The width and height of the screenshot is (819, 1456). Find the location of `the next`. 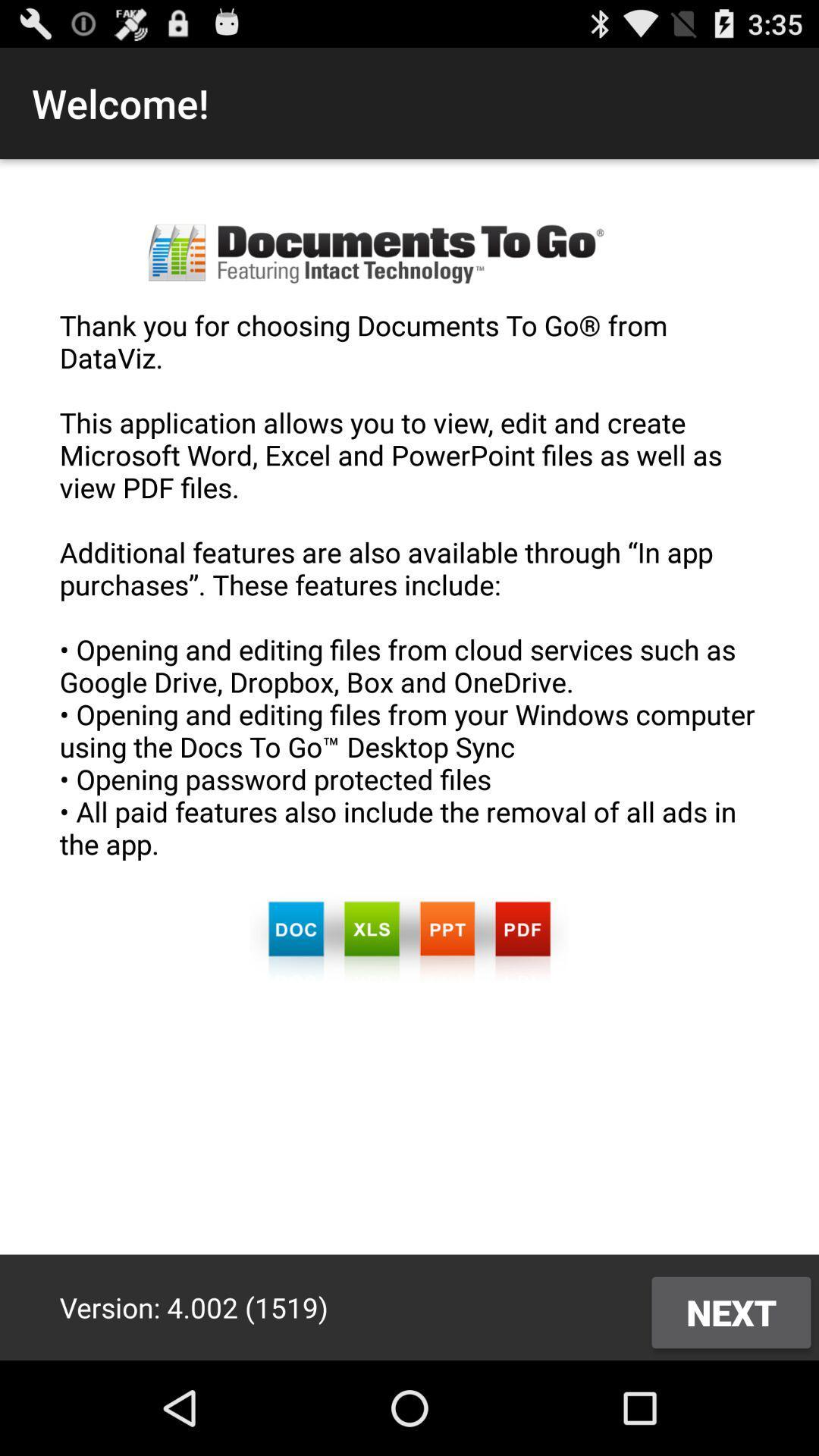

the next is located at coordinates (730, 1312).